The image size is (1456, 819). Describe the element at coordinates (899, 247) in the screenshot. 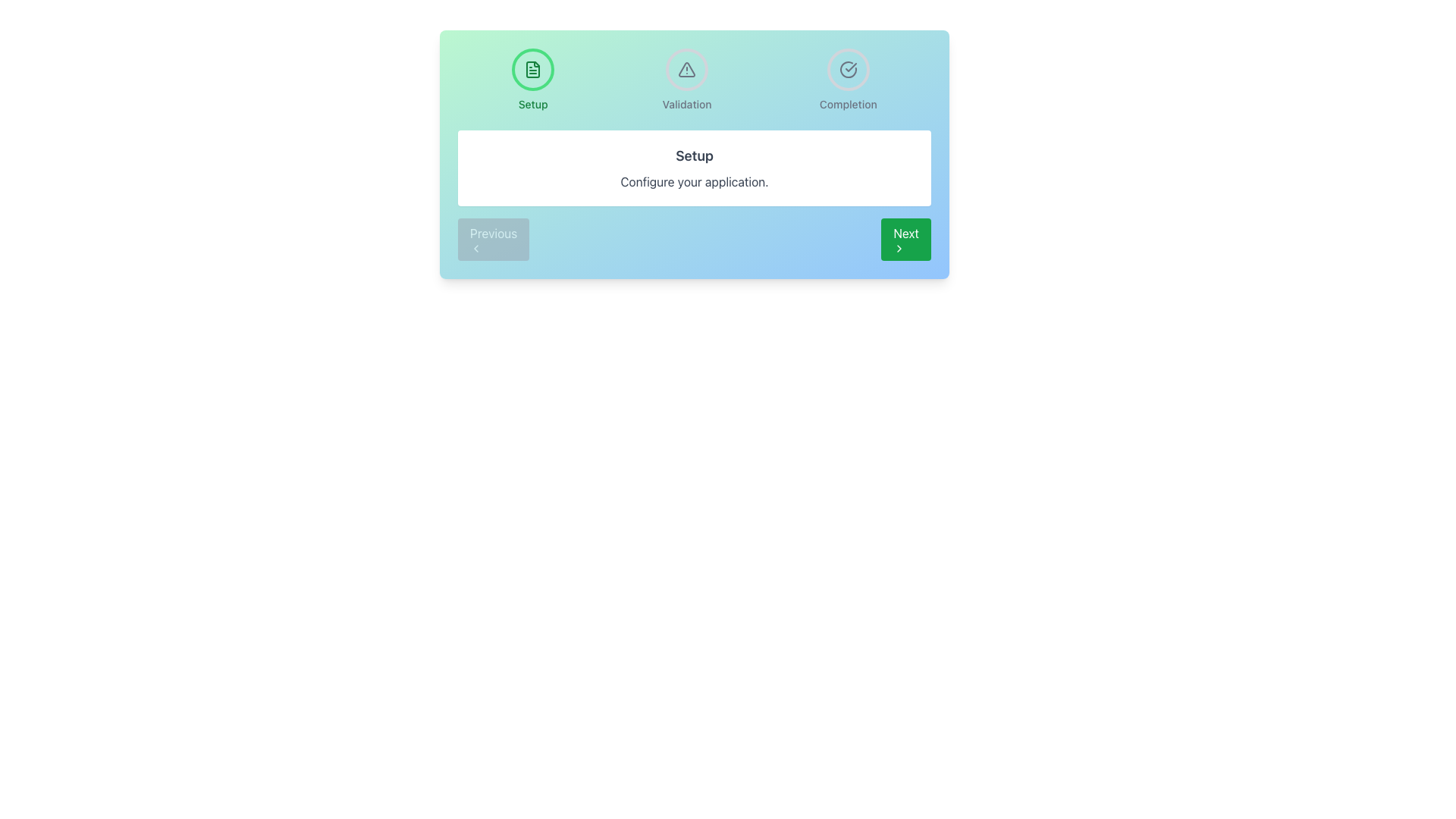

I see `the rightward chevron icon associated with the 'Next' button located in the bottom-right of the visible content area` at that location.